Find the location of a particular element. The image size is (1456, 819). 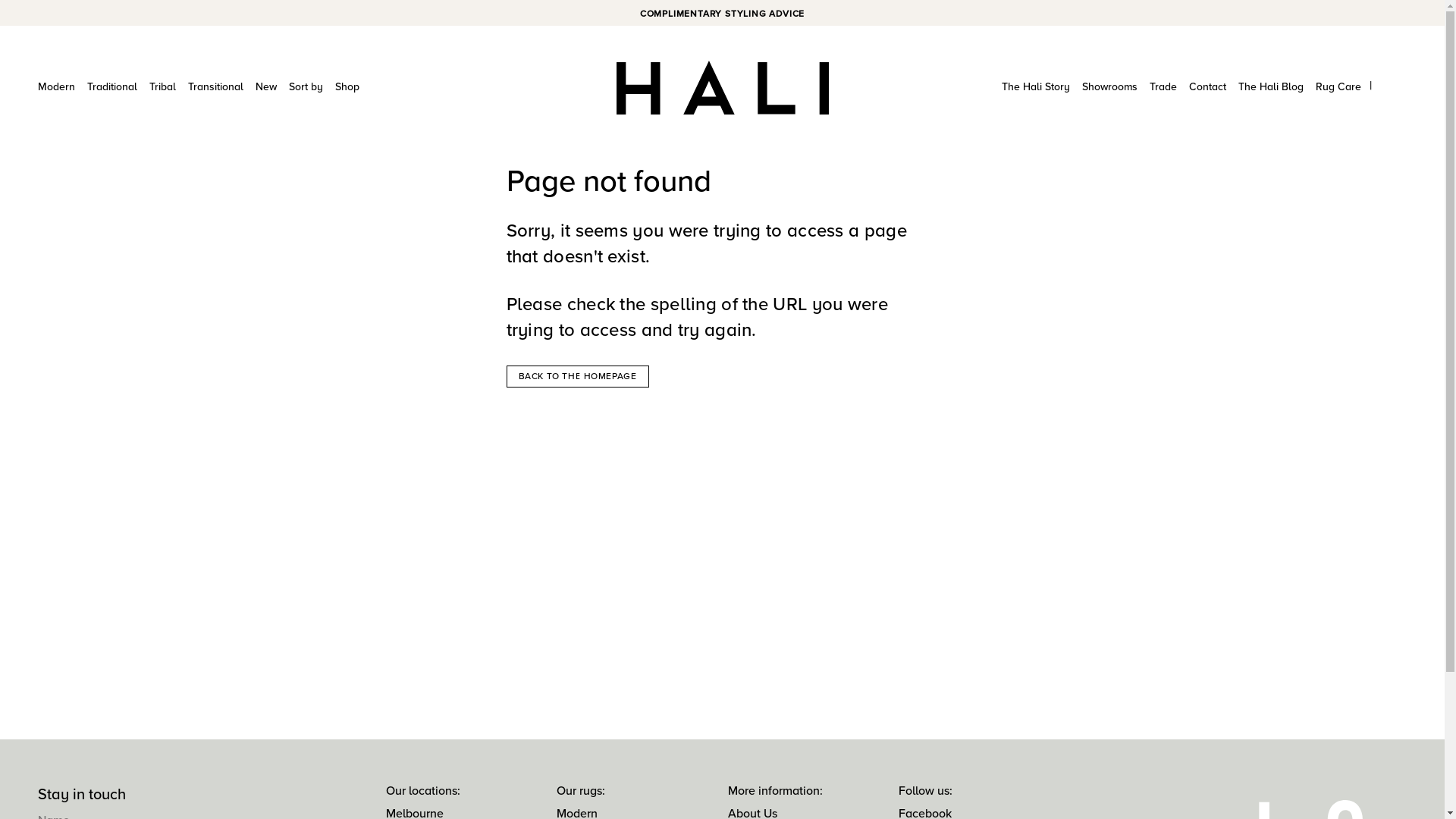

'COMPLIMENTARY STYLING ADVICE' is located at coordinates (721, 14).